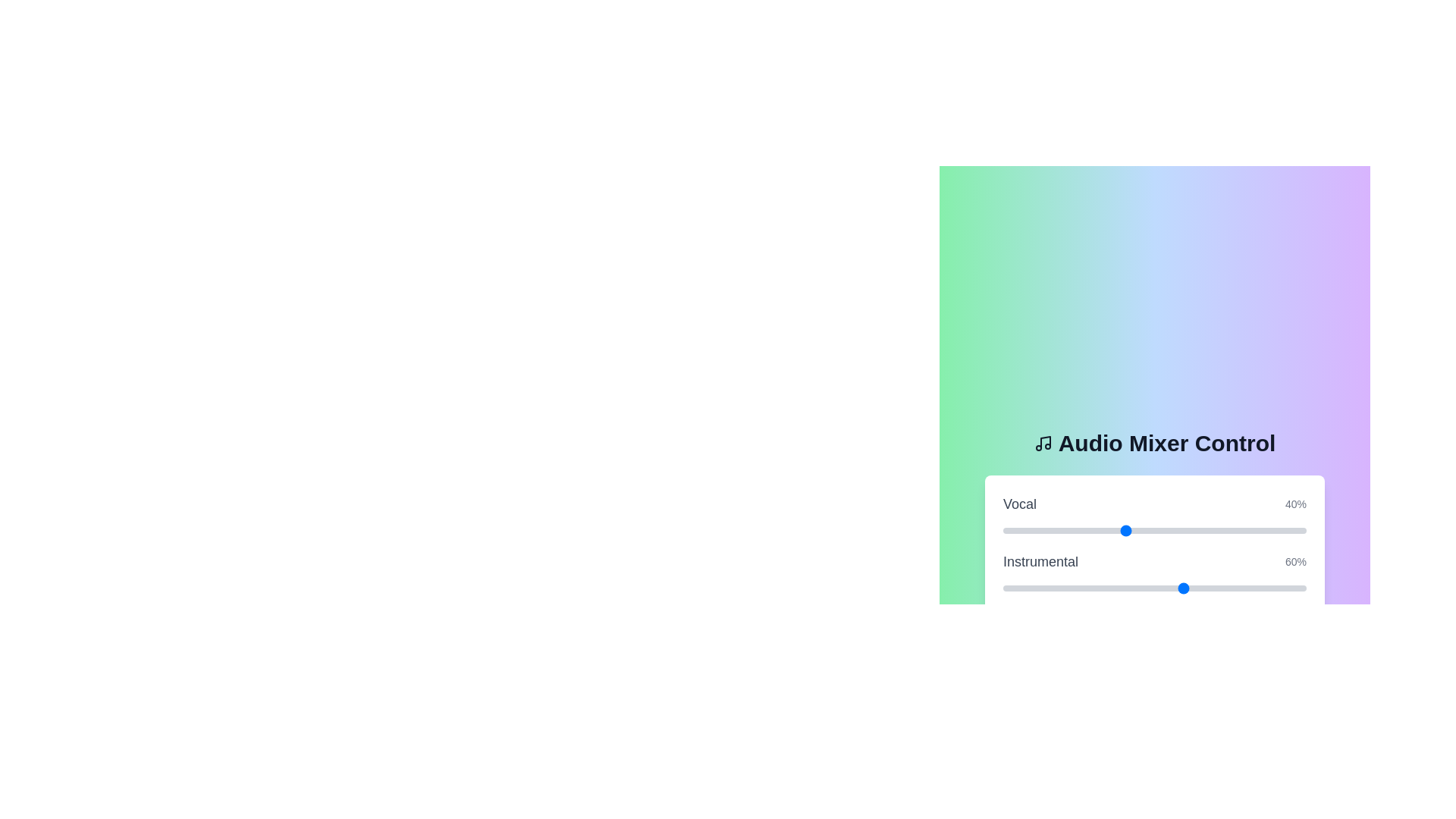 The image size is (1456, 819). I want to click on the vocal slider to 47%, so click(1146, 529).